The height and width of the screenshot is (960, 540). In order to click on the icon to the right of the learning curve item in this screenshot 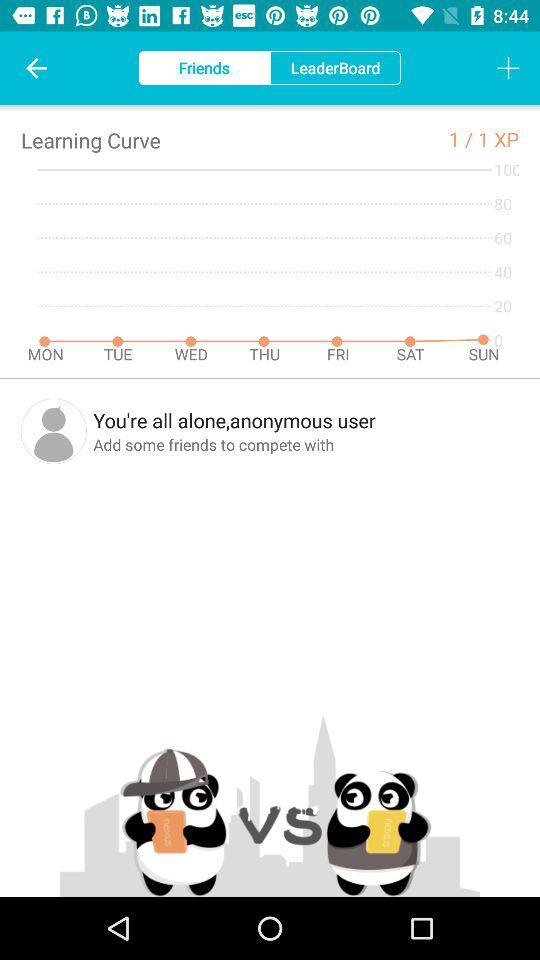, I will do `click(463, 138)`.